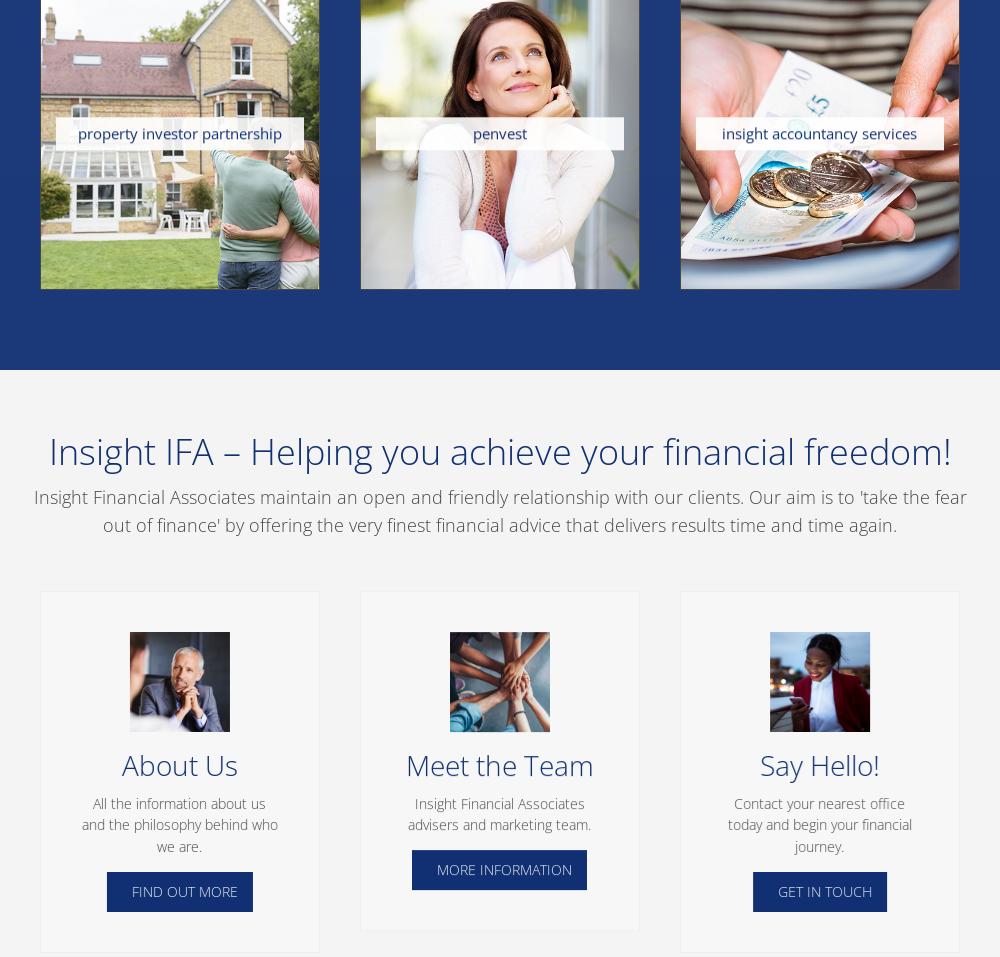 The width and height of the screenshot is (1000, 957). Describe the element at coordinates (179, 145) in the screenshot. I see `'We are specialists in securing high yield property investment opportunities that will generate surplus income and achieve long term capital growth.  We introduce investors to Solicitors and Mortgage Brokers who specialise in investor property purchase. Our clients are supported every step of the way, from reservation through to securing the first tenant.'` at that location.